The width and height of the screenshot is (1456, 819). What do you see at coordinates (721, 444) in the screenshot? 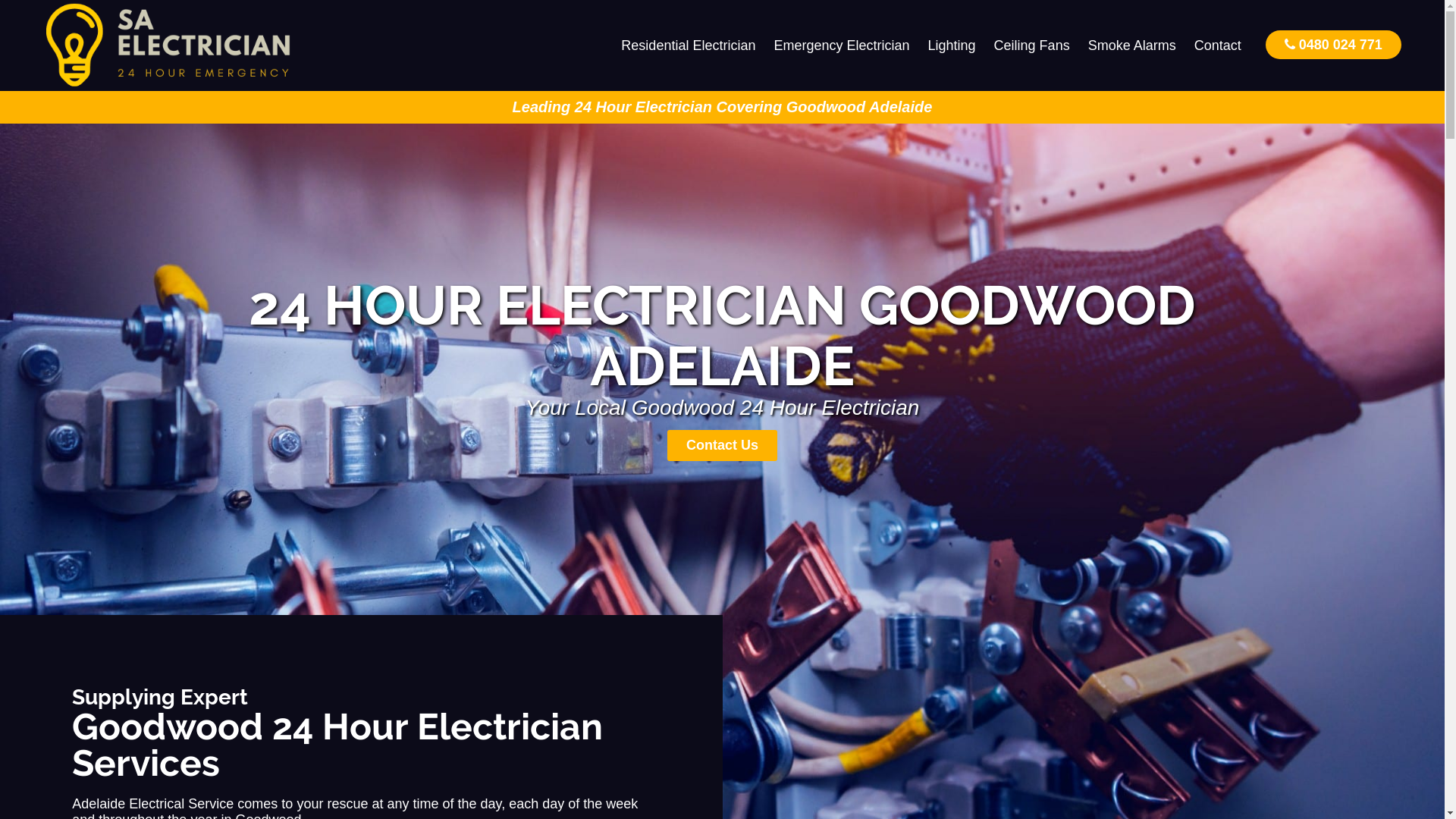
I see `'Contact Us'` at bounding box center [721, 444].